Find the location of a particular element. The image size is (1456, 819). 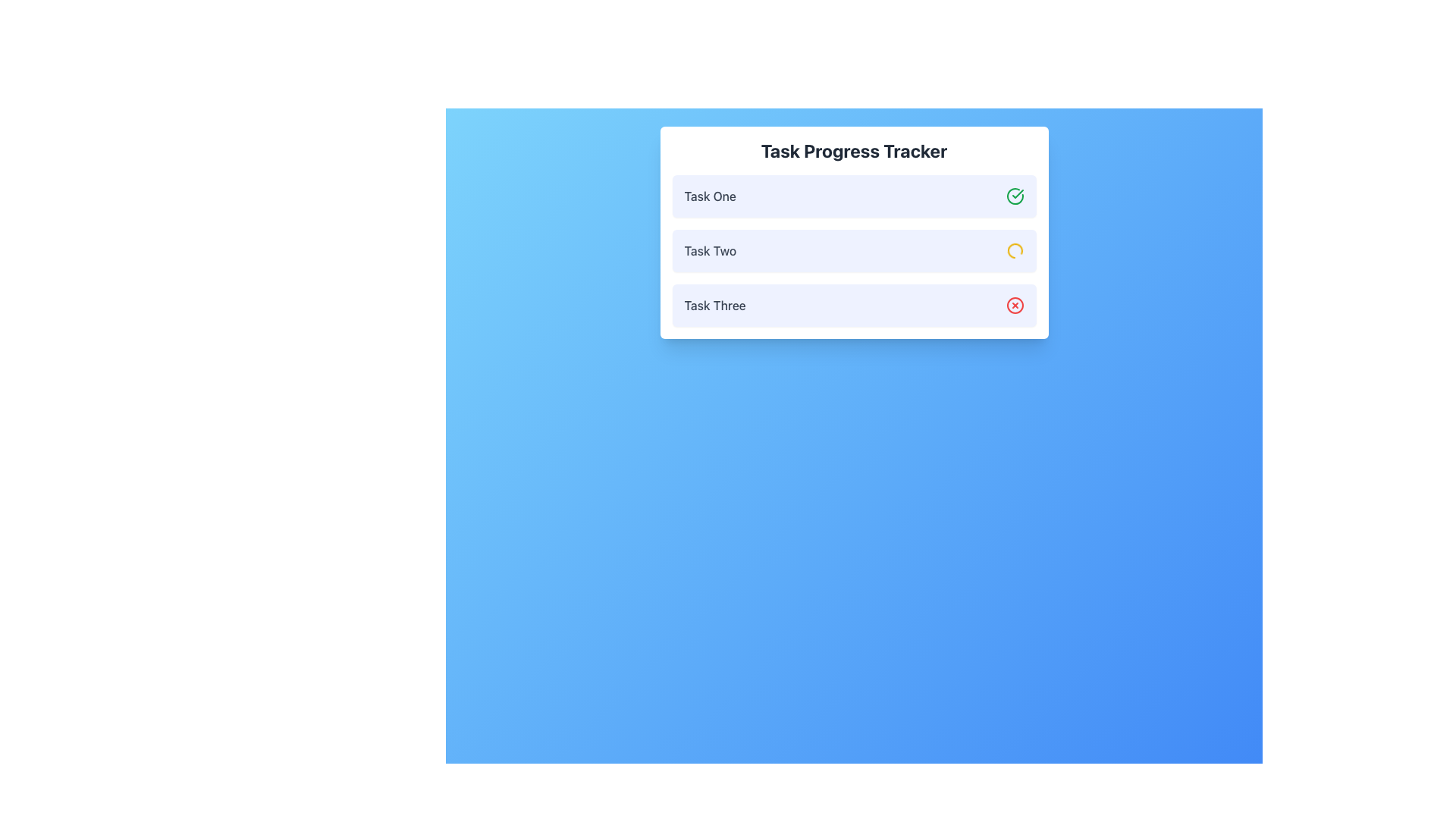

the 'Task One' label which is displayed in a medium typeface and gray color within a light indigo rectangular box is located at coordinates (709, 195).